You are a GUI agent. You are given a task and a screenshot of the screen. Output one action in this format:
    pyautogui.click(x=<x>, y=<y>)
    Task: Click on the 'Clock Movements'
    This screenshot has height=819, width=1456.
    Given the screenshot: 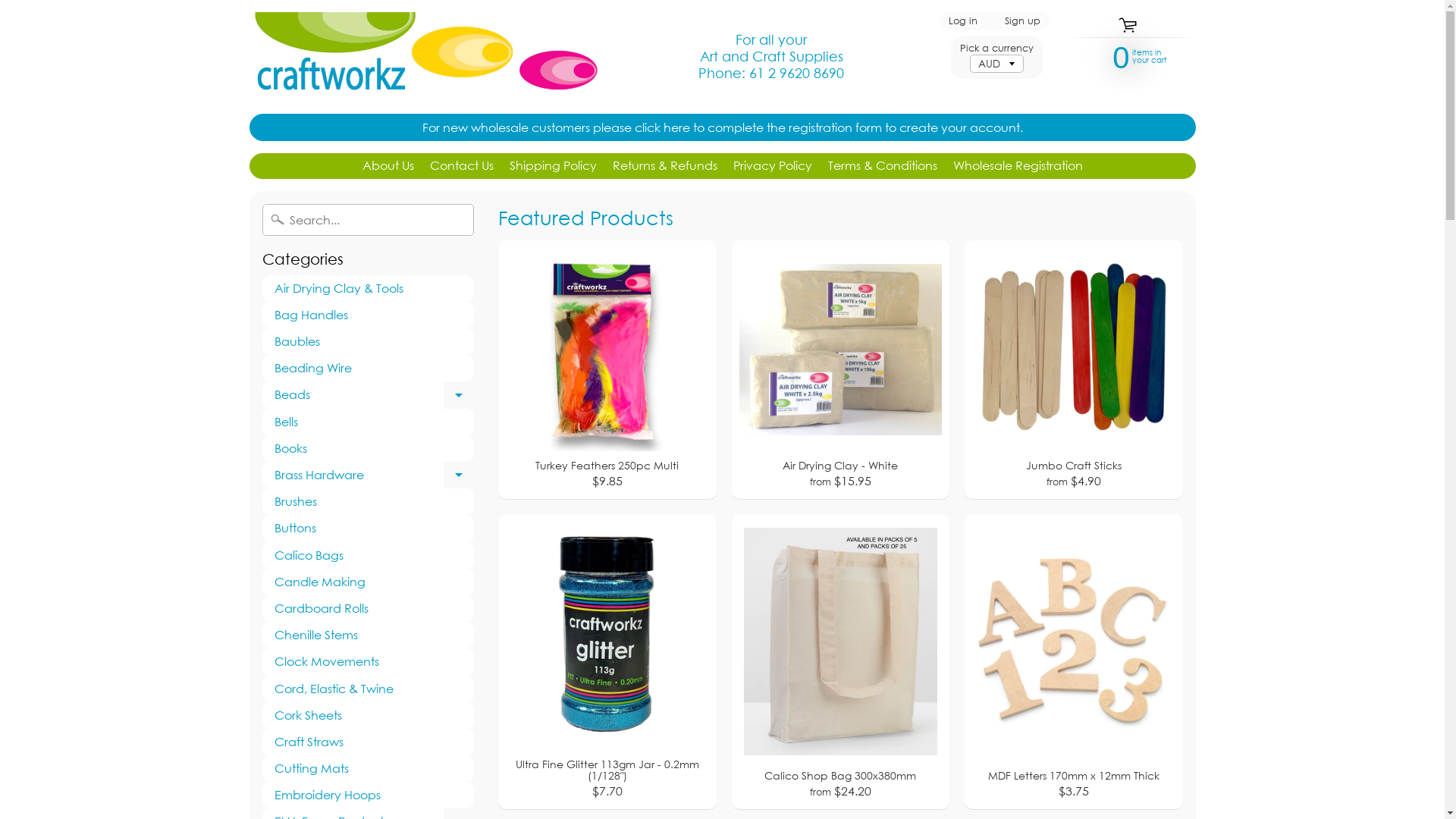 What is the action you would take?
    pyautogui.click(x=368, y=661)
    